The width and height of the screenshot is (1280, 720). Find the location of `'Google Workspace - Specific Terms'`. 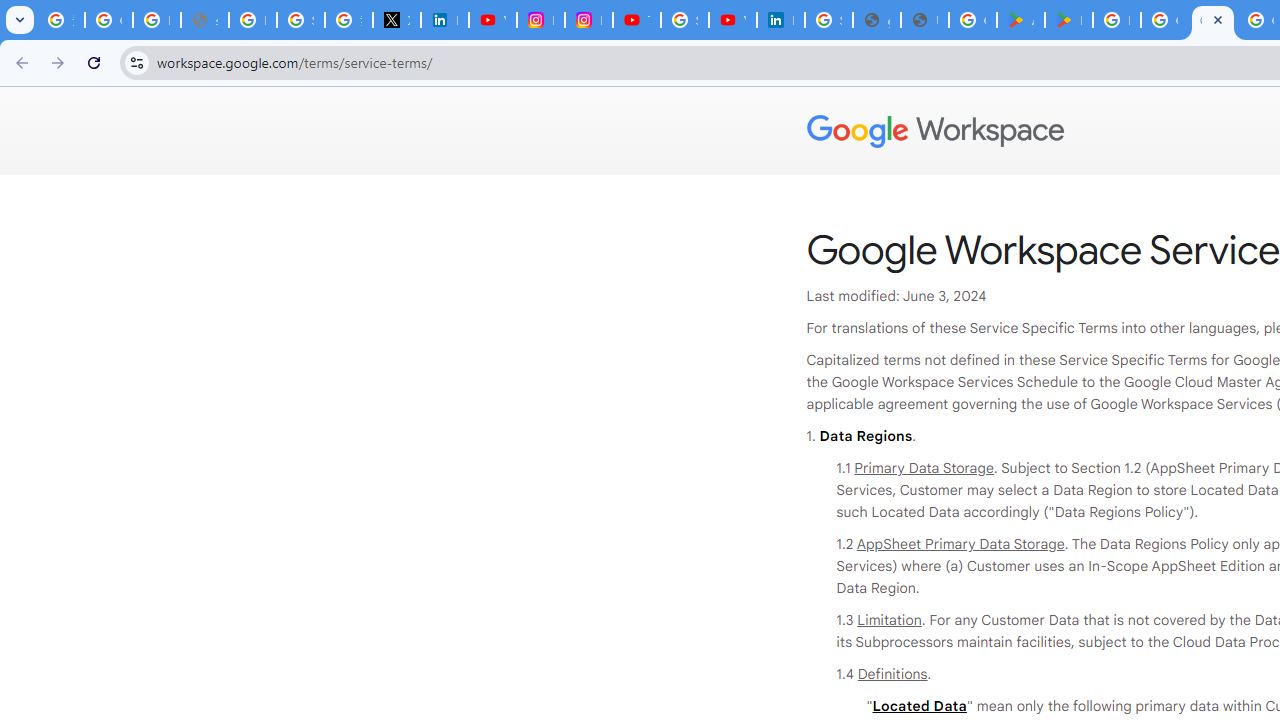

'Google Workspace - Specific Terms' is located at coordinates (1211, 20).